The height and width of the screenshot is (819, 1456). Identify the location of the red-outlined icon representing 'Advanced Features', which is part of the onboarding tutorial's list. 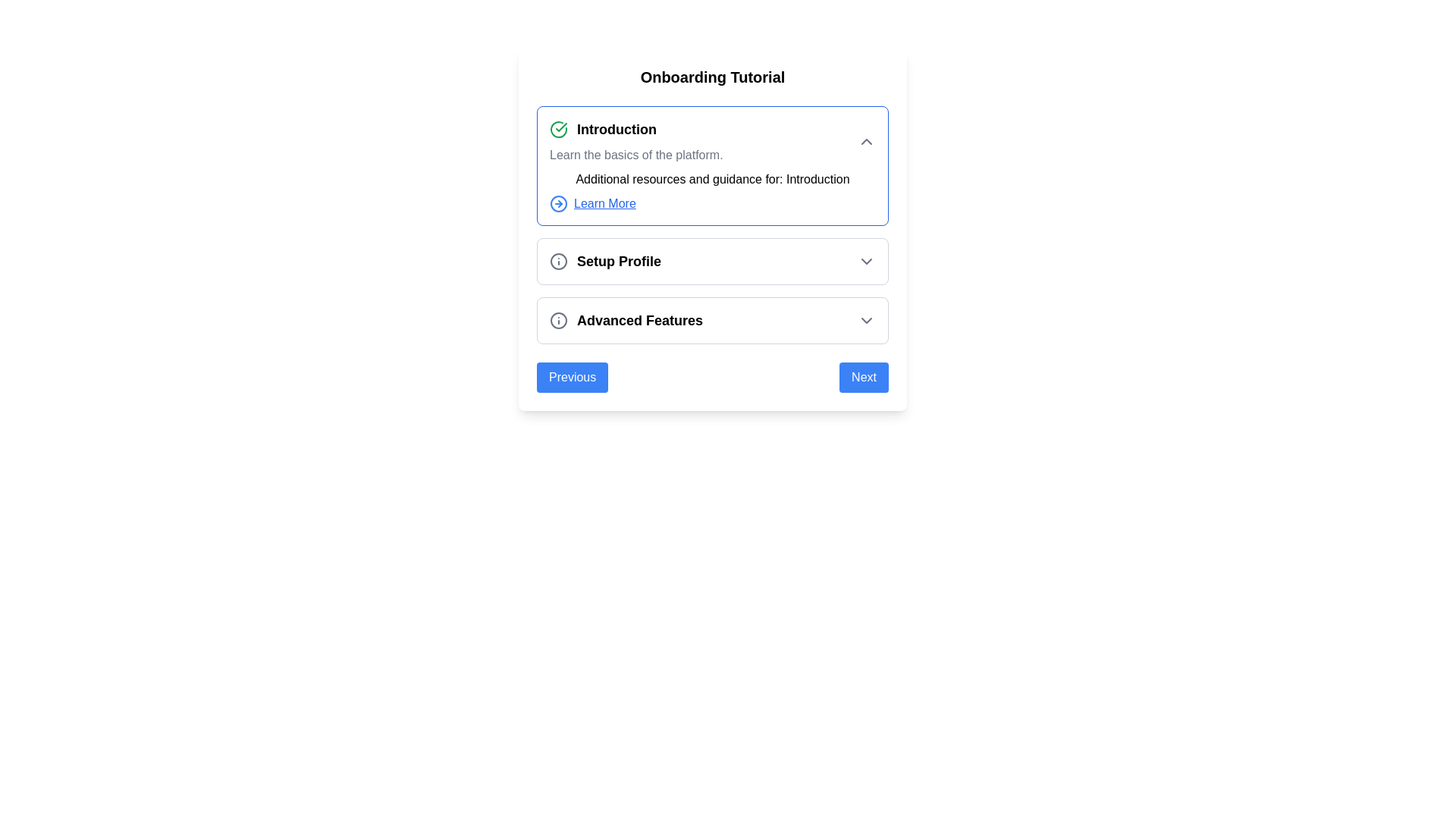
(558, 320).